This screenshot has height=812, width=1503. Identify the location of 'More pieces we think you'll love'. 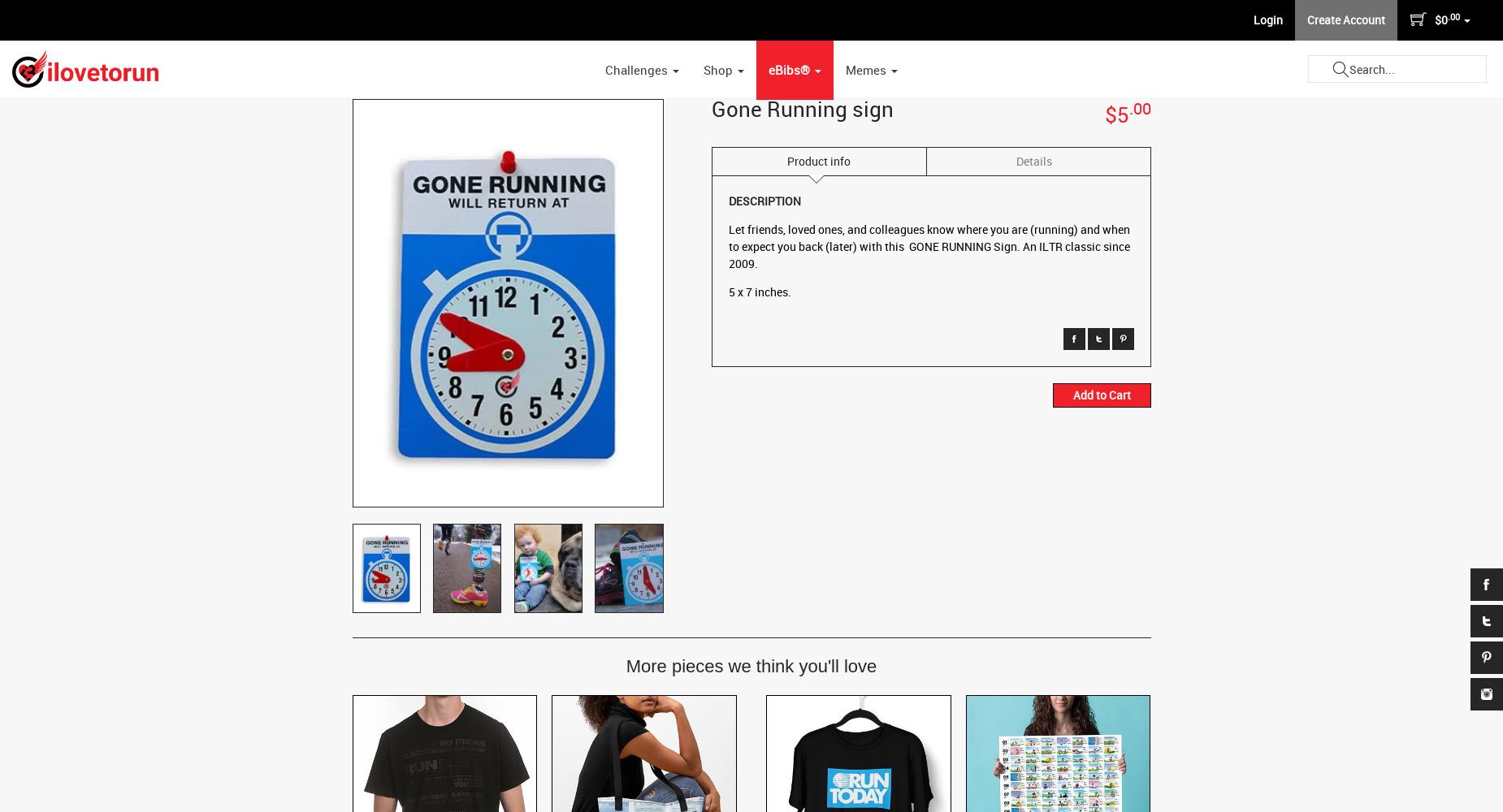
(751, 664).